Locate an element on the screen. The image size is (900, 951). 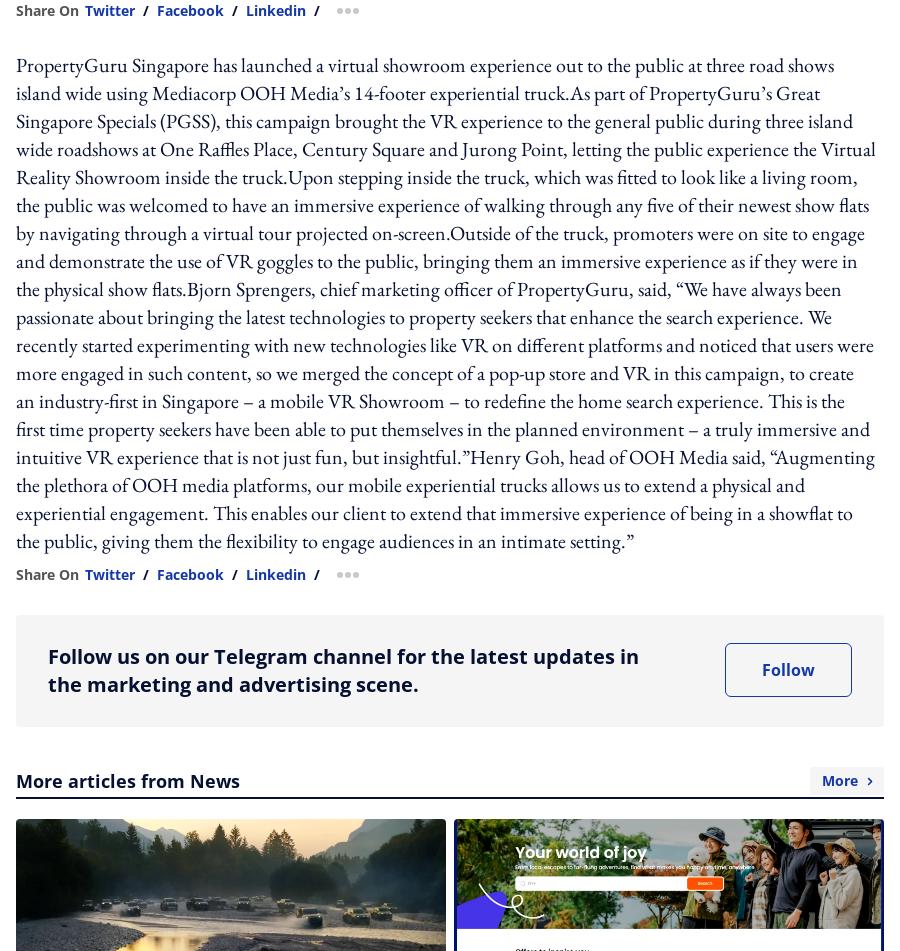
'PR awards' is located at coordinates (320, 256).